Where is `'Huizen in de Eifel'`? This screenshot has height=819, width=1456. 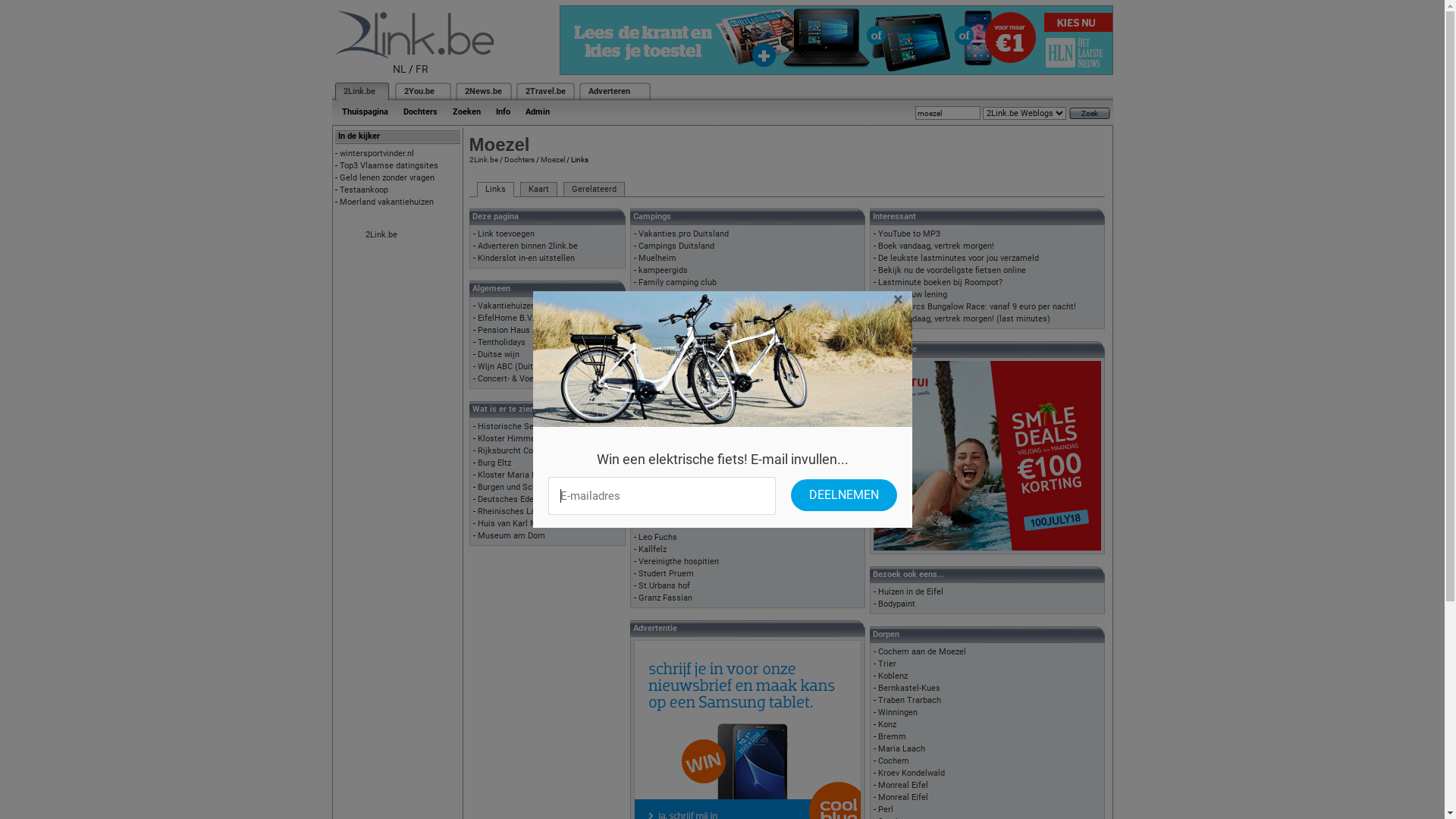 'Huizen in de Eifel' is located at coordinates (910, 591).